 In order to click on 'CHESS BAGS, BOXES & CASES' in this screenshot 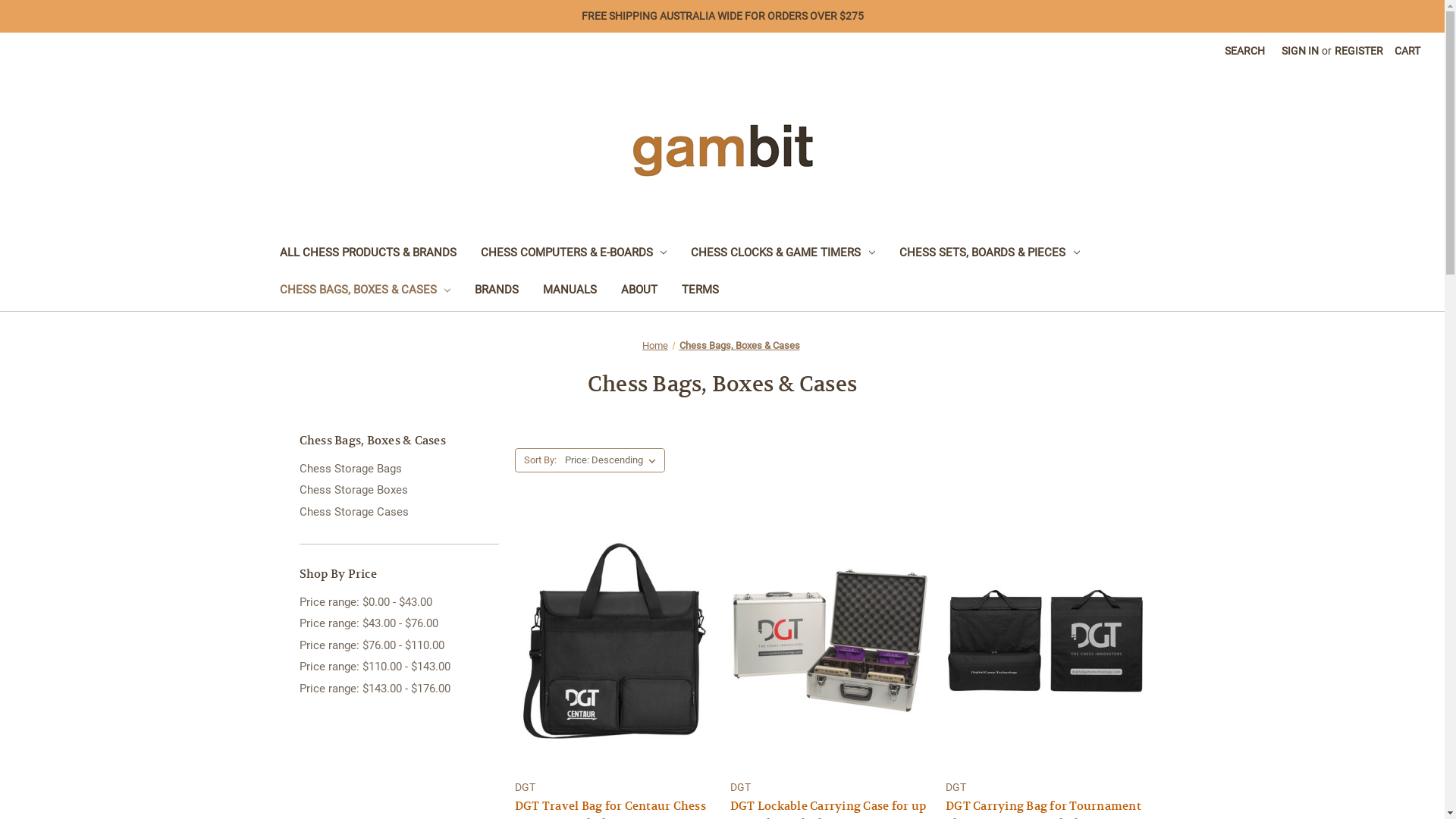, I will do `click(364, 291)`.